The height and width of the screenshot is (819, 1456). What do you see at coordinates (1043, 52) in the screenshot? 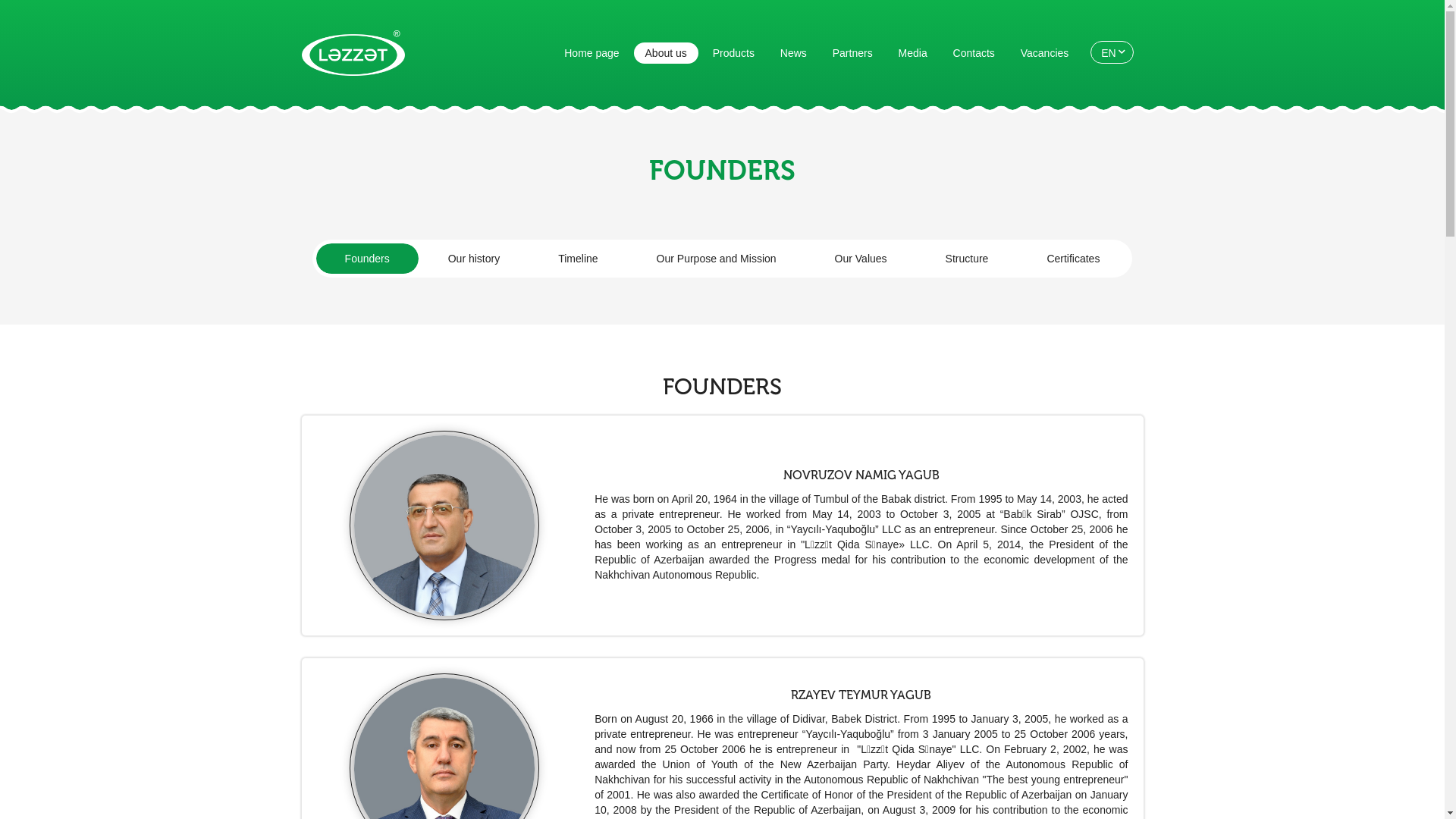
I see `'Vacancies'` at bounding box center [1043, 52].